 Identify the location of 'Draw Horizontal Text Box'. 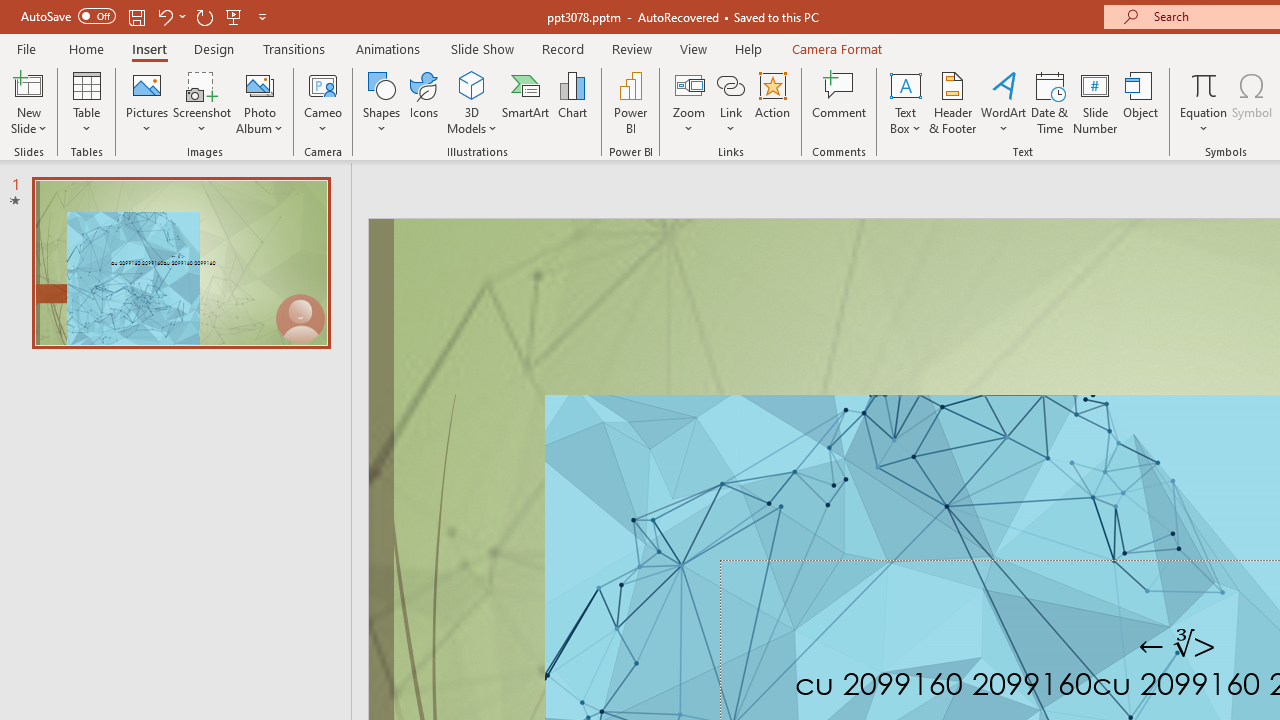
(904, 84).